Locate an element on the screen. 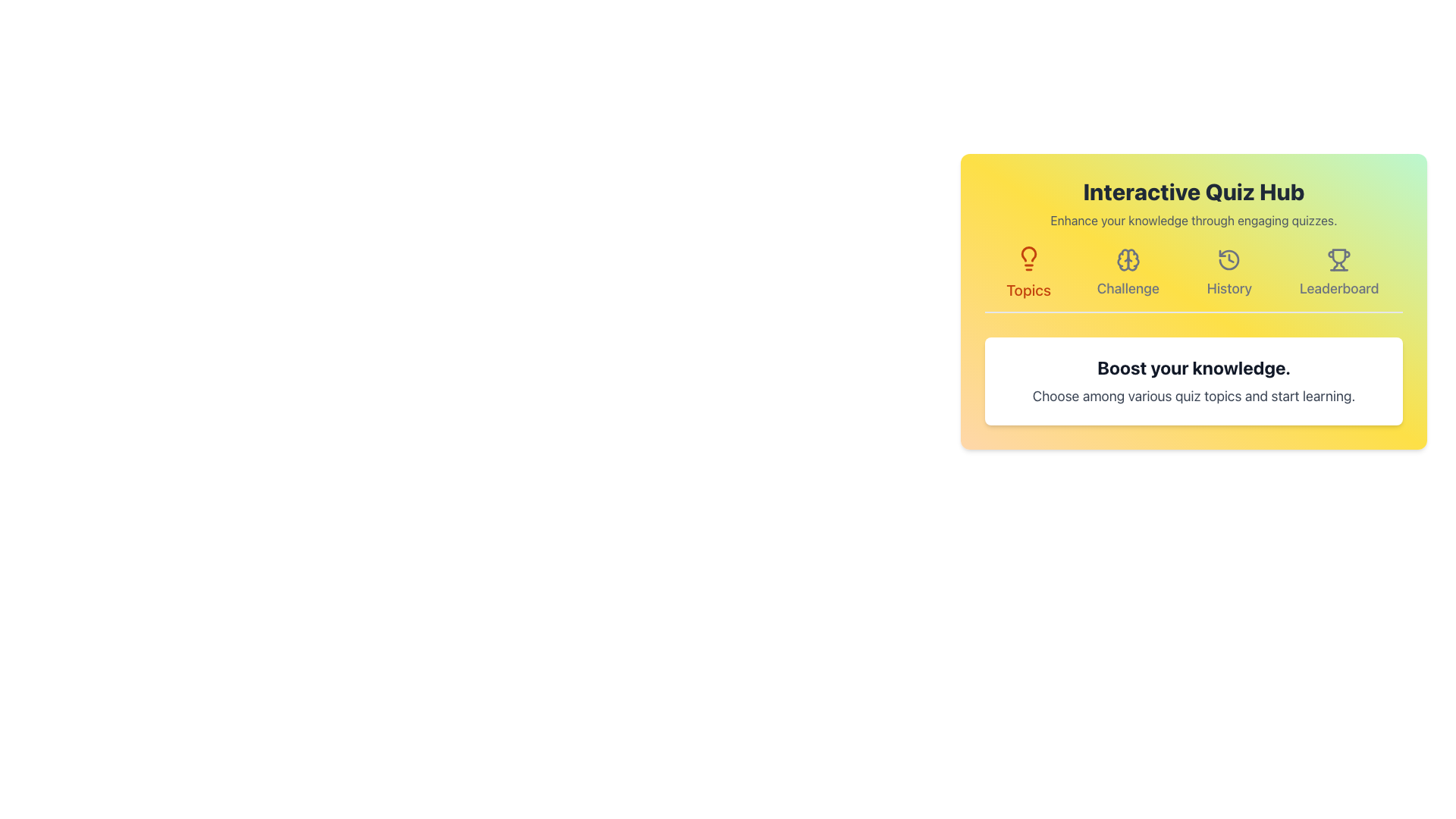 The width and height of the screenshot is (1456, 819). each segment of the Navigation bar containing options like 'Topics', 'Challenge', 'History', and 'Leaderboard' is located at coordinates (1193, 281).